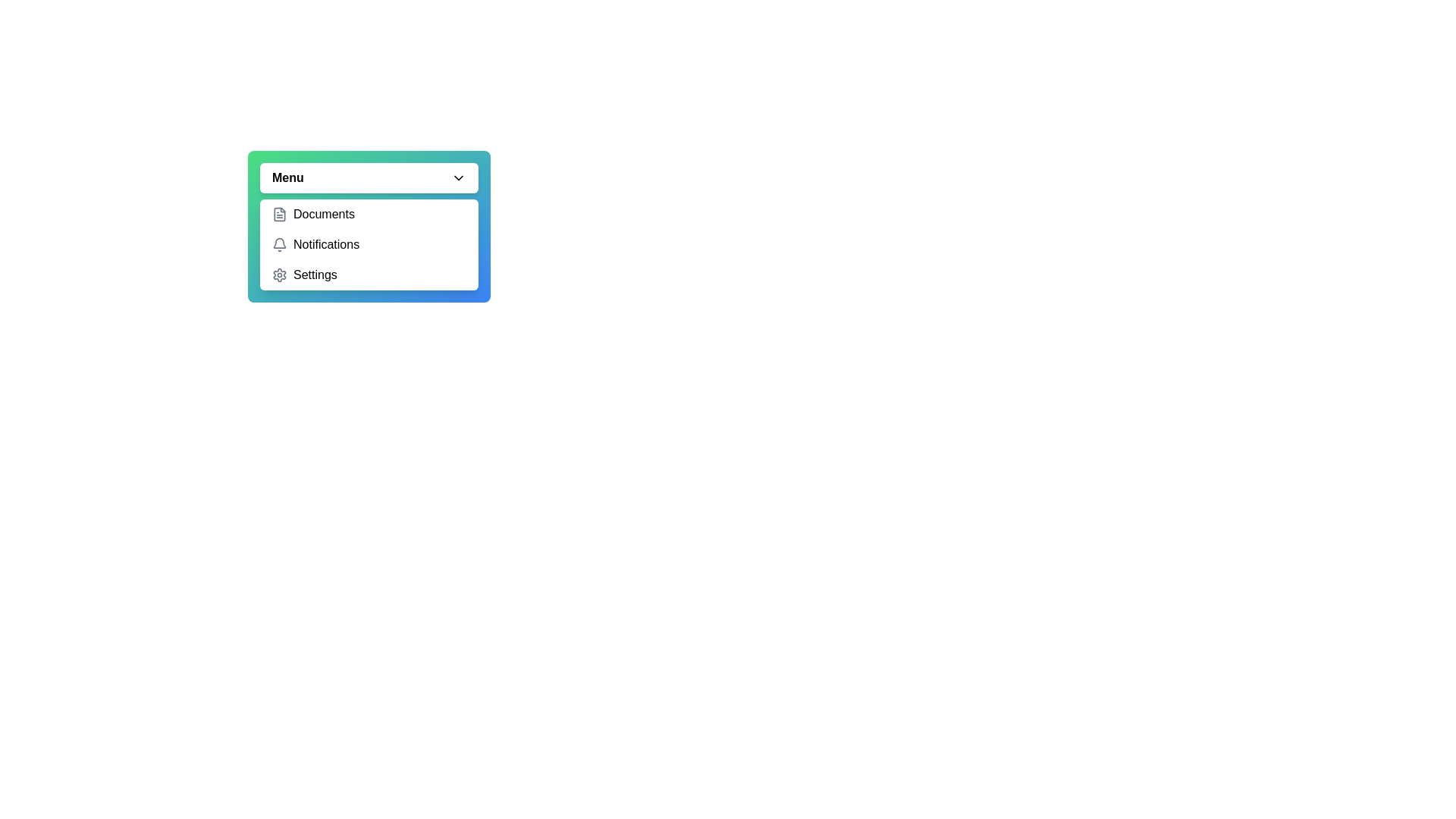 This screenshot has width=1456, height=819. What do you see at coordinates (369, 244) in the screenshot?
I see `outside the dropdown menu containing options 'Documents', 'Notifications', and 'Settings'` at bounding box center [369, 244].